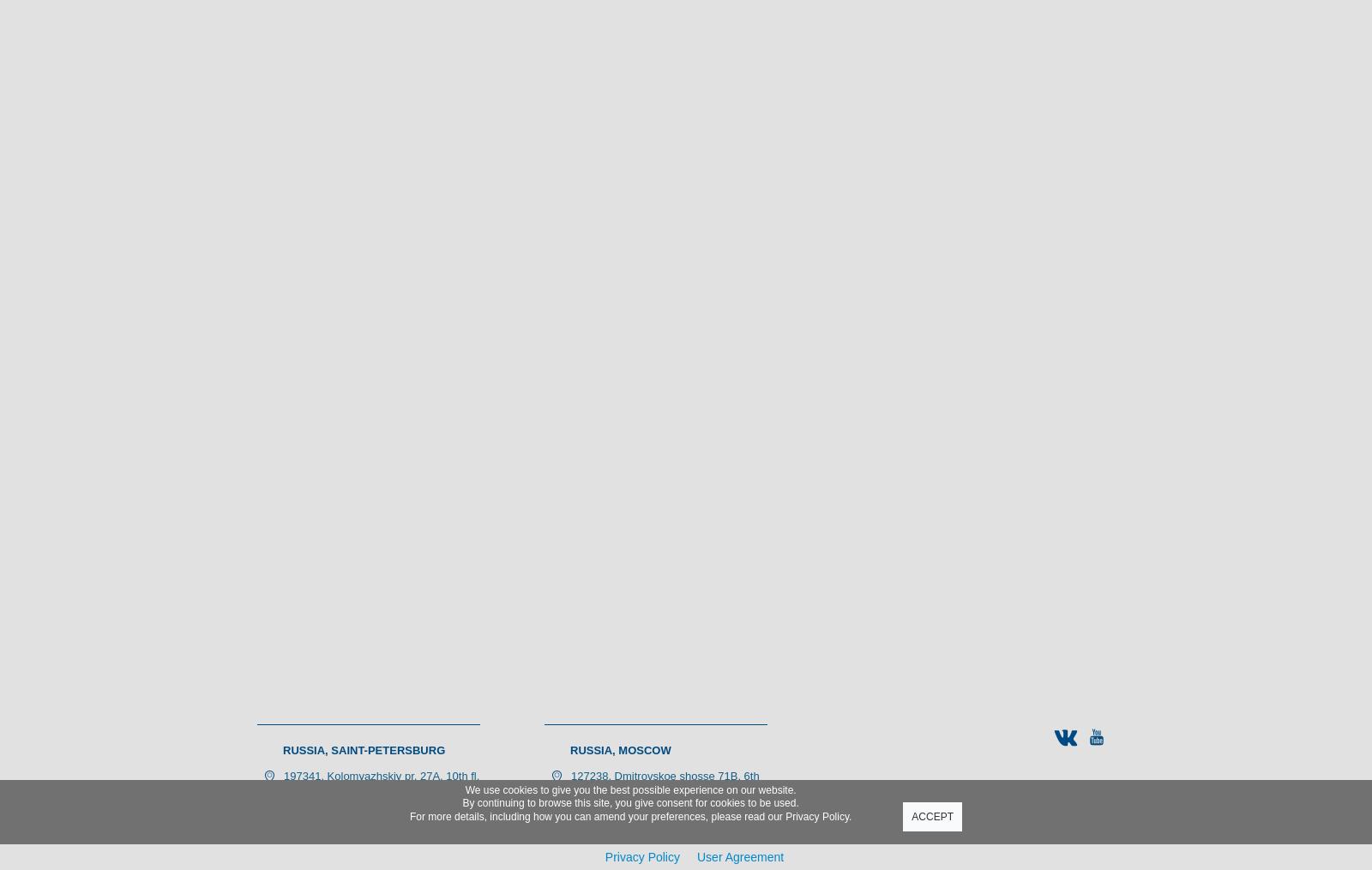 The width and height of the screenshot is (1372, 870). What do you see at coordinates (284, 775) in the screenshot?
I see `'197341, Kolomyazhskiy pr, 27A, 10th fl.'` at bounding box center [284, 775].